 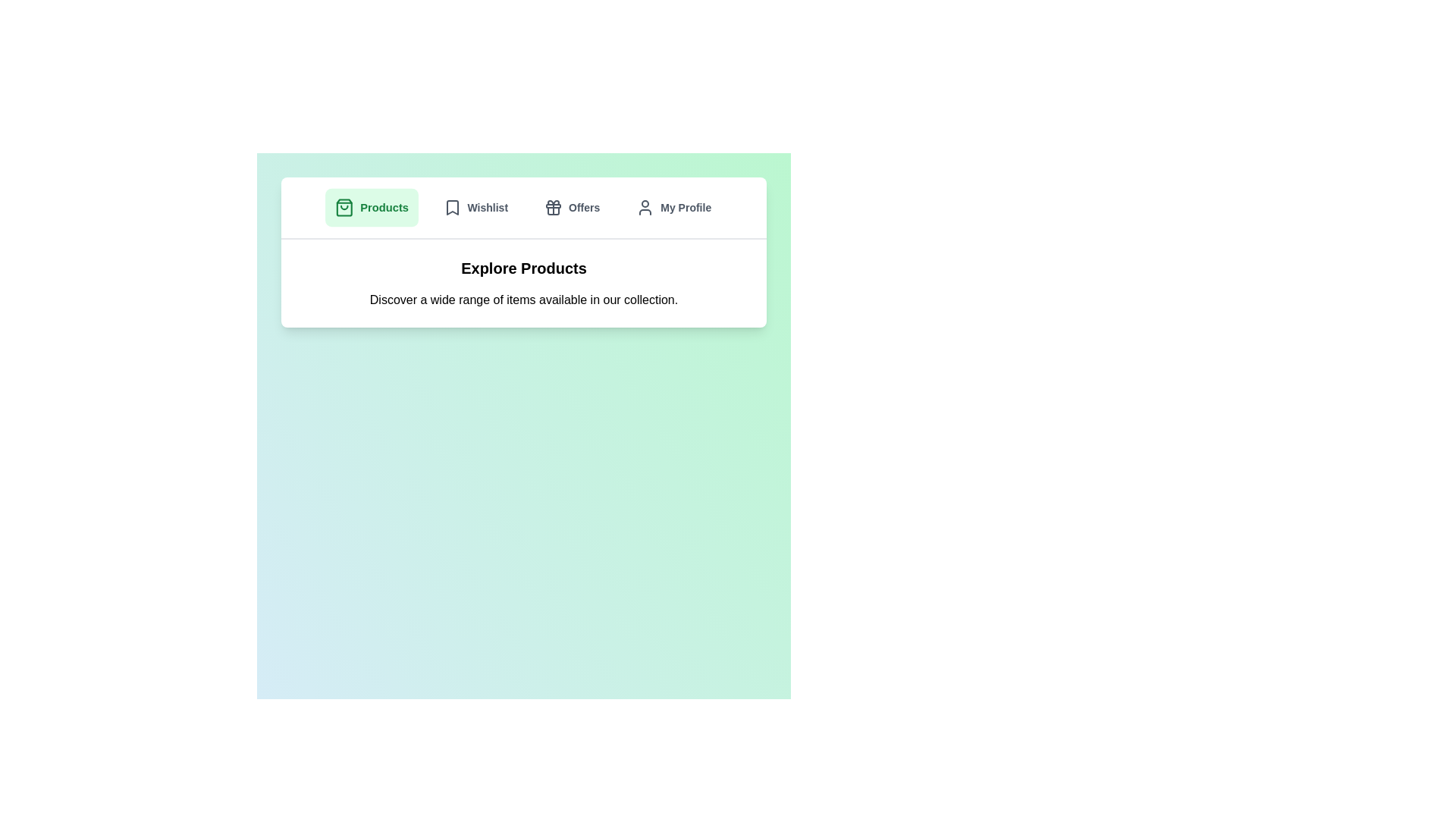 I want to click on the user profile icon located within the 'My Profile' button on the upper navigation bar, so click(x=645, y=207).